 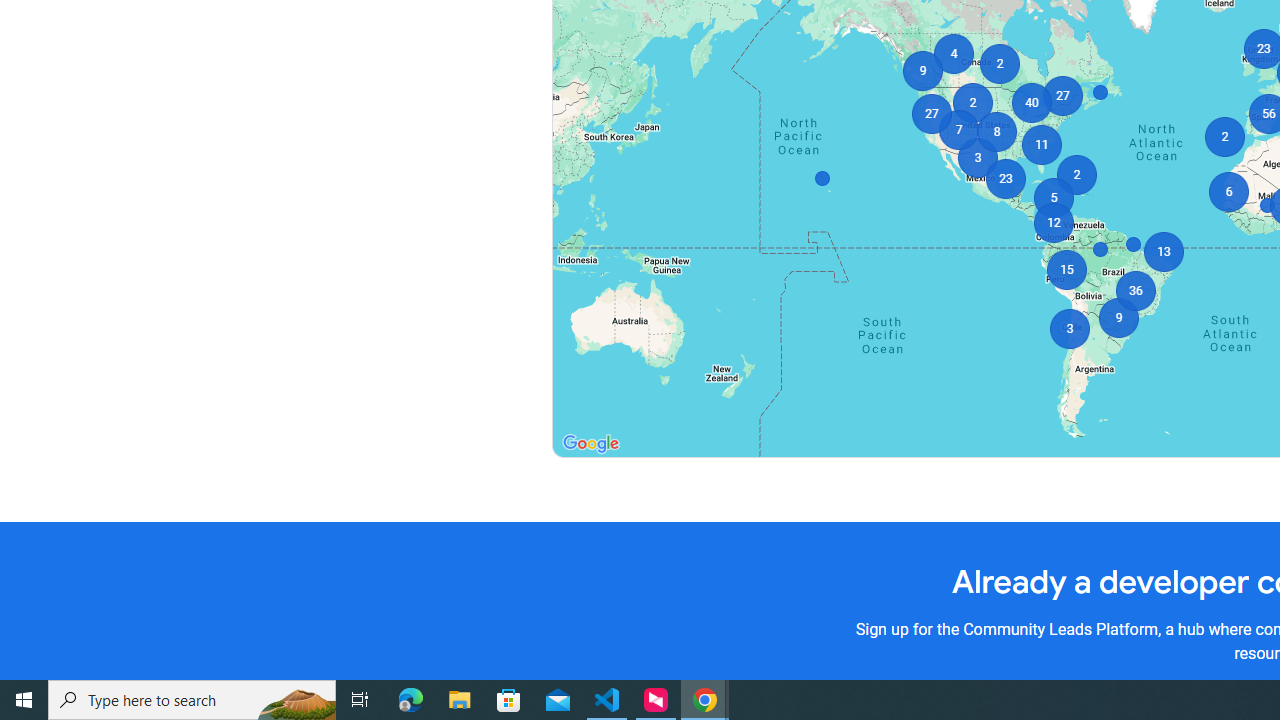 What do you see at coordinates (1052, 223) in the screenshot?
I see `'12'` at bounding box center [1052, 223].